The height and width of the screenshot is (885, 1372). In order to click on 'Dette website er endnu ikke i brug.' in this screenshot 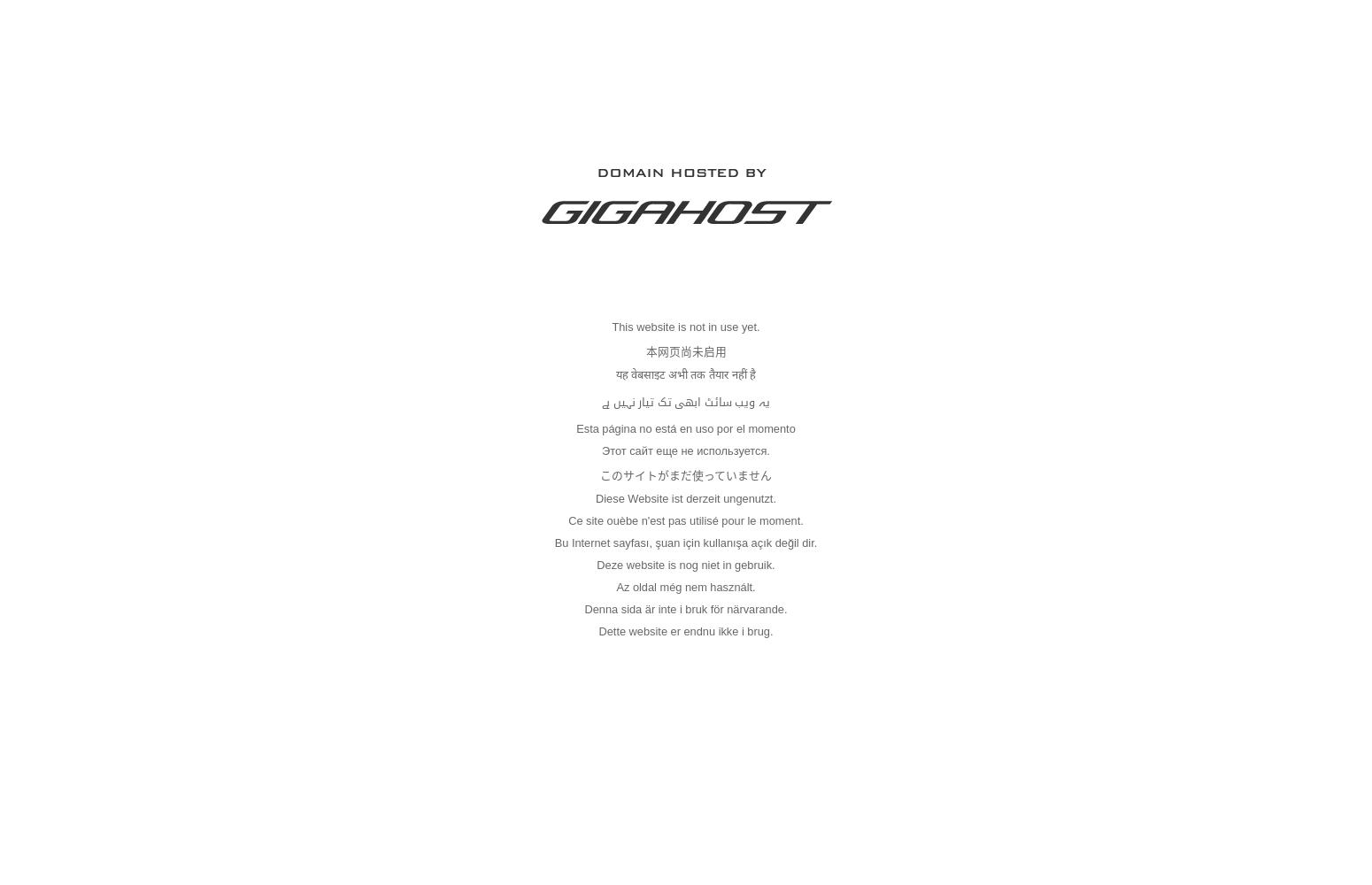, I will do `click(685, 630)`.